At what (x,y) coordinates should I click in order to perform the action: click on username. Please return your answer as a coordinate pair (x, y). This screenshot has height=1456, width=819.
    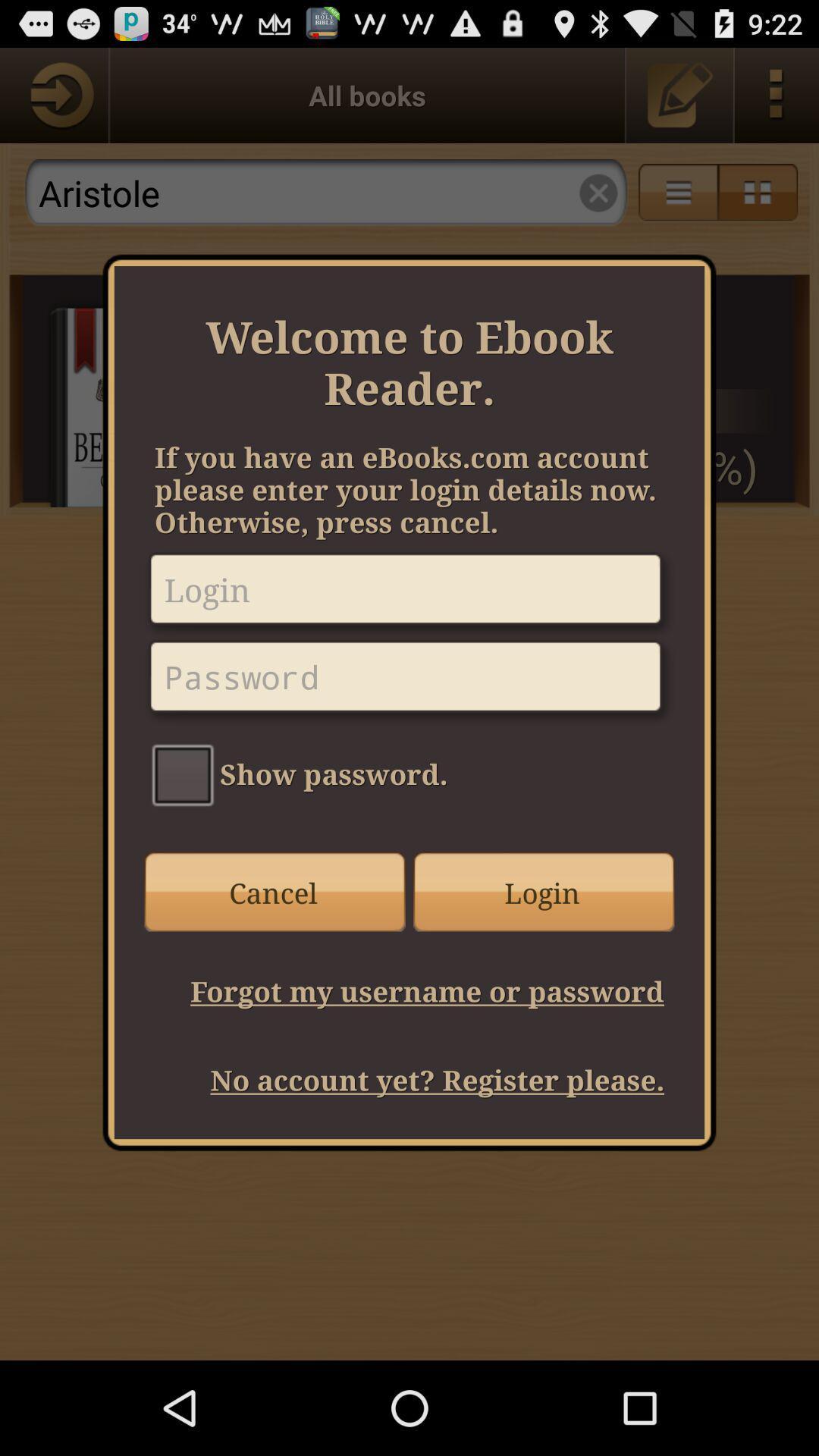
    Looking at the image, I should click on (409, 594).